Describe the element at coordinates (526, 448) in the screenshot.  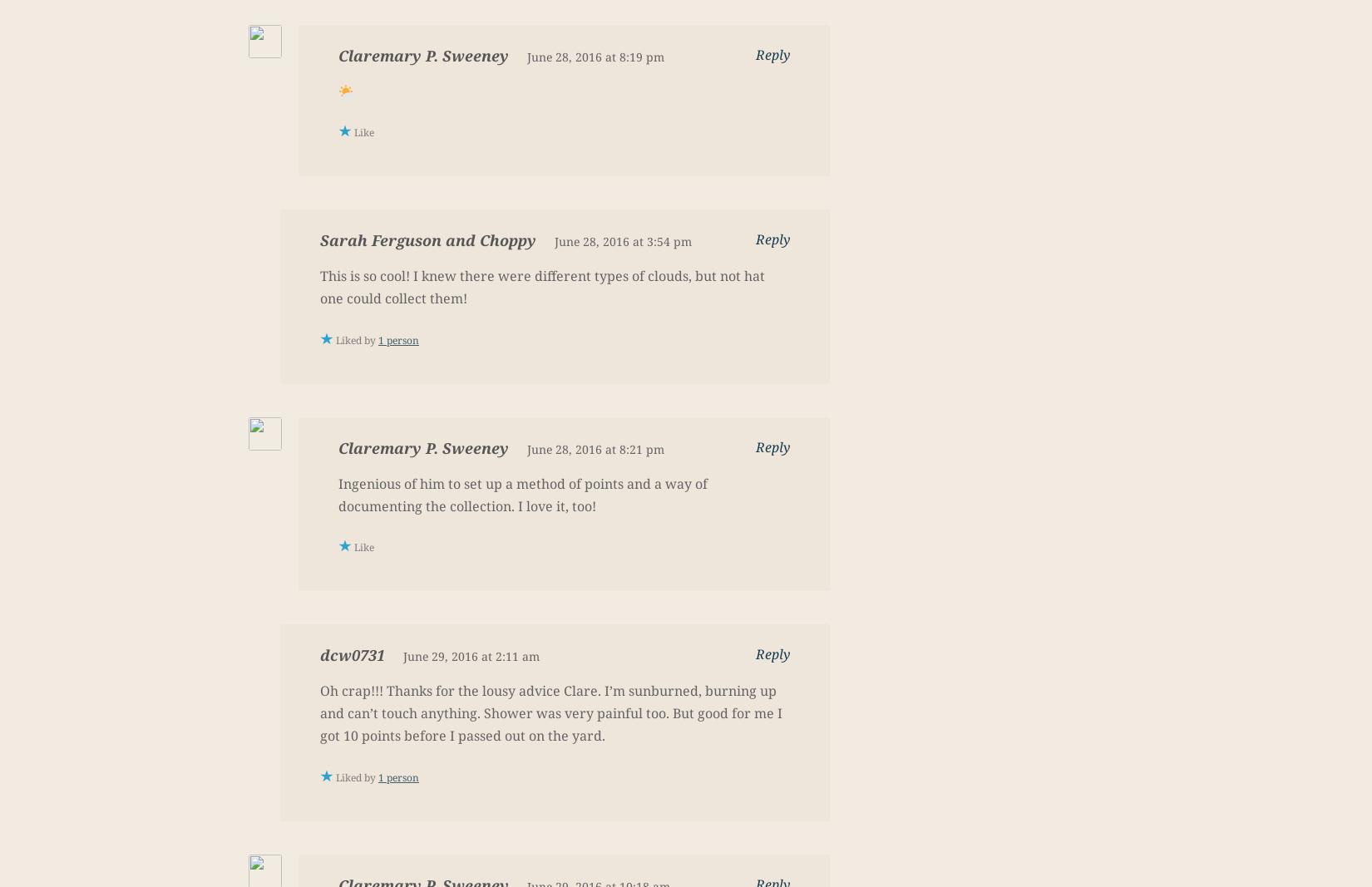
I see `'June 28, 2016 at 8:21 pm'` at that location.